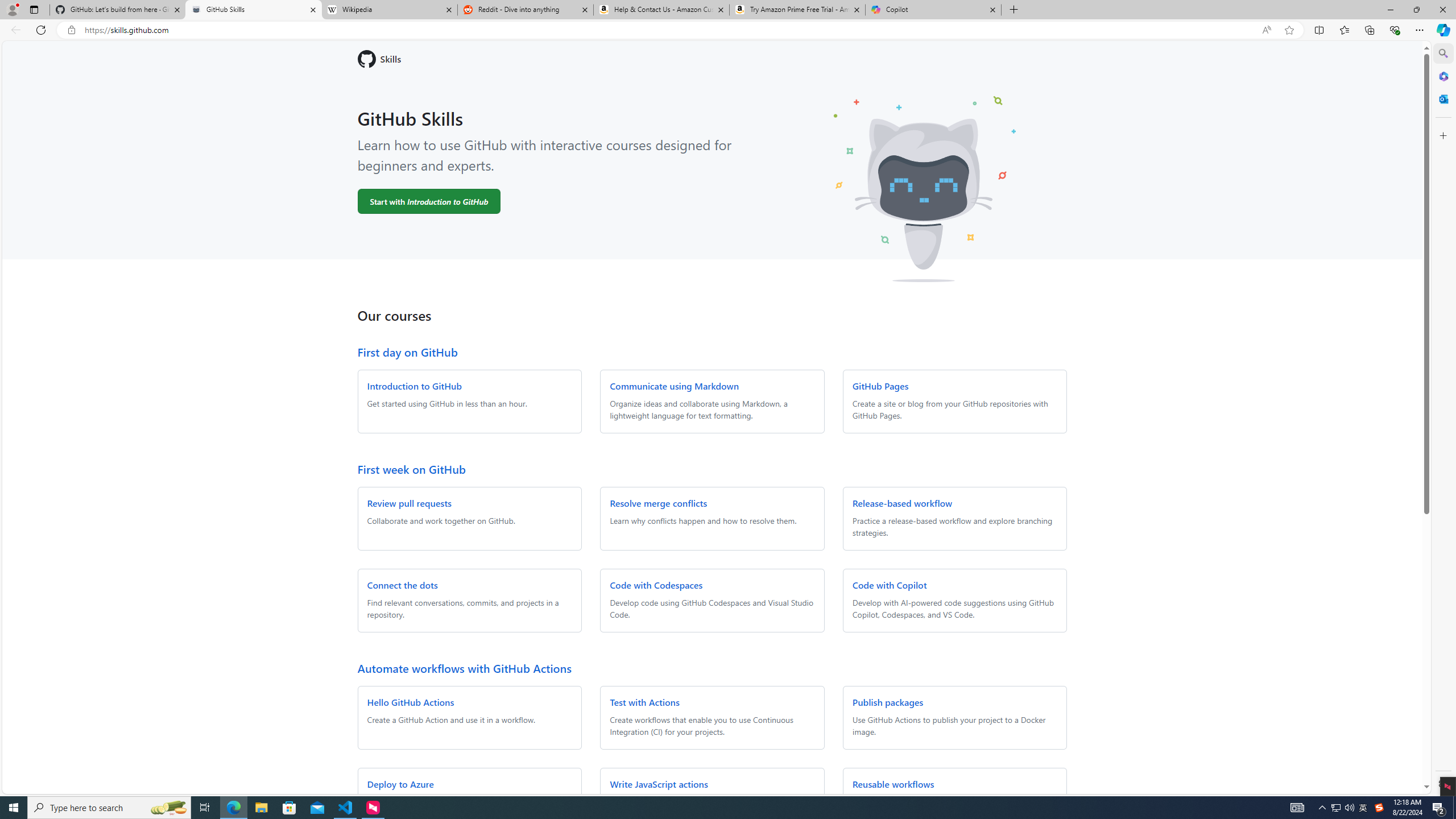 Image resolution: width=1456 pixels, height=819 pixels. I want to click on 'Code with Codespaces', so click(656, 584).